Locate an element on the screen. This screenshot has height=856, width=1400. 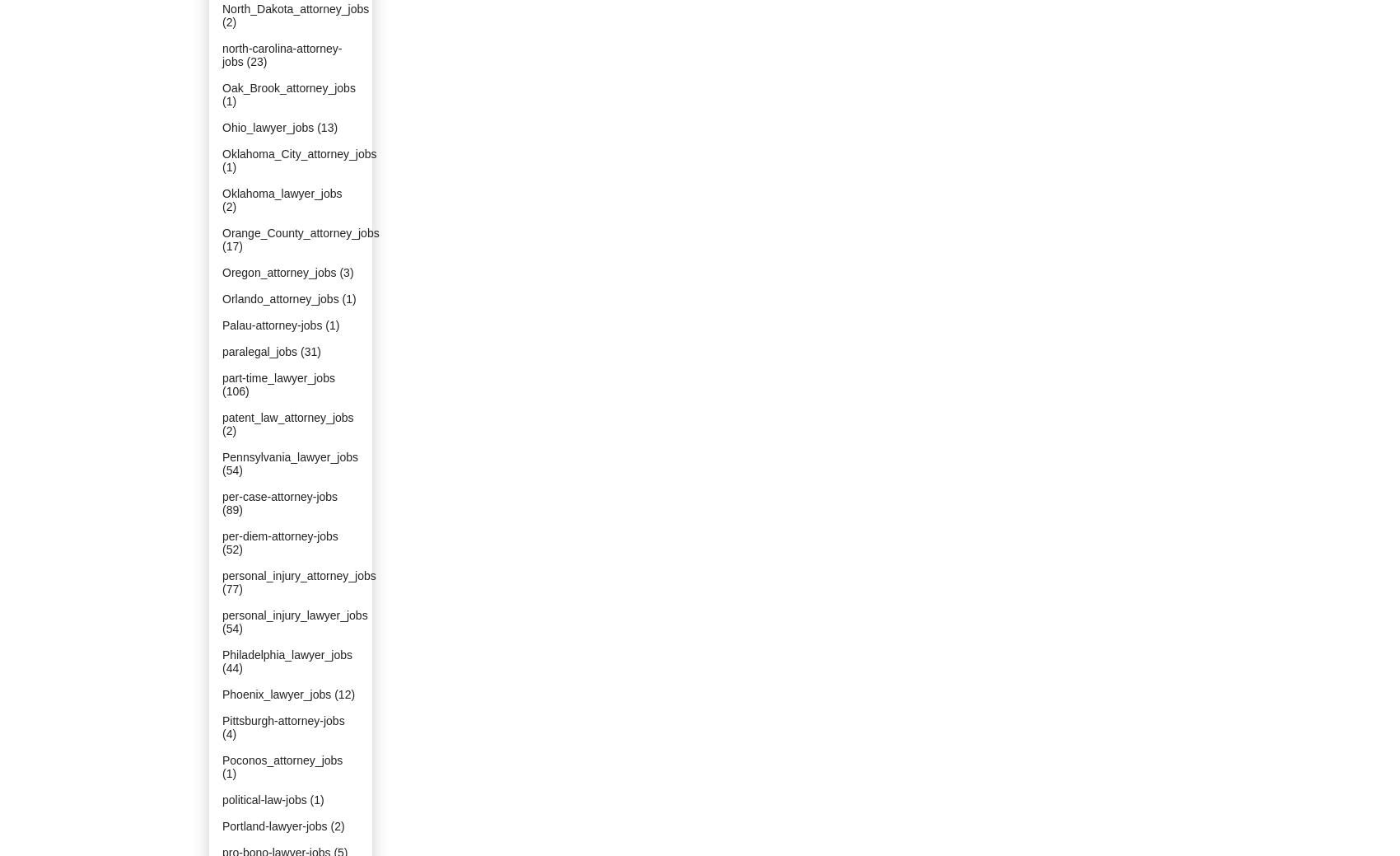
'part-time_lawyer_jobs' is located at coordinates (277, 377).